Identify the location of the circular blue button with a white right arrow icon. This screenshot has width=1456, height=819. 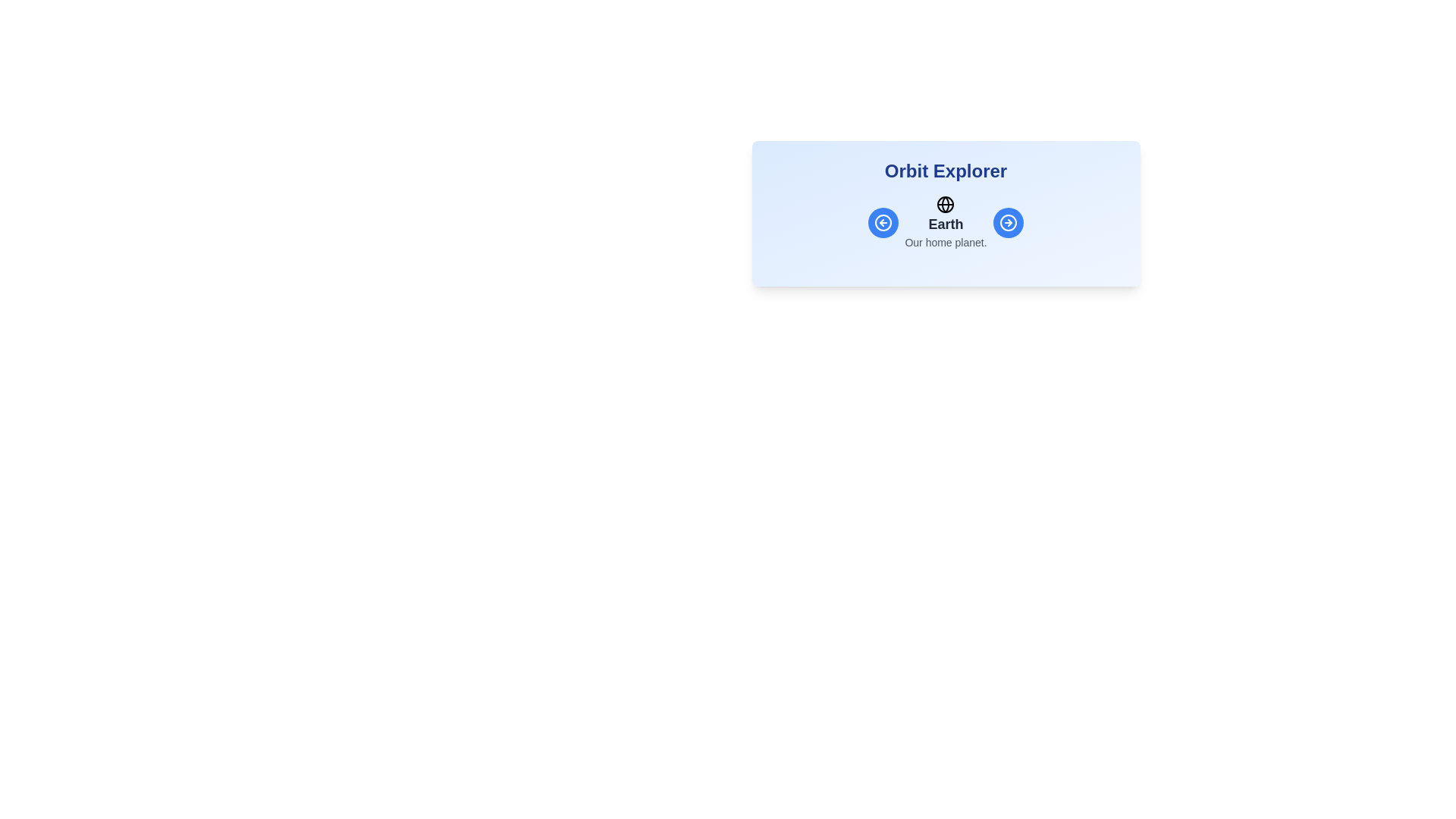
(1008, 222).